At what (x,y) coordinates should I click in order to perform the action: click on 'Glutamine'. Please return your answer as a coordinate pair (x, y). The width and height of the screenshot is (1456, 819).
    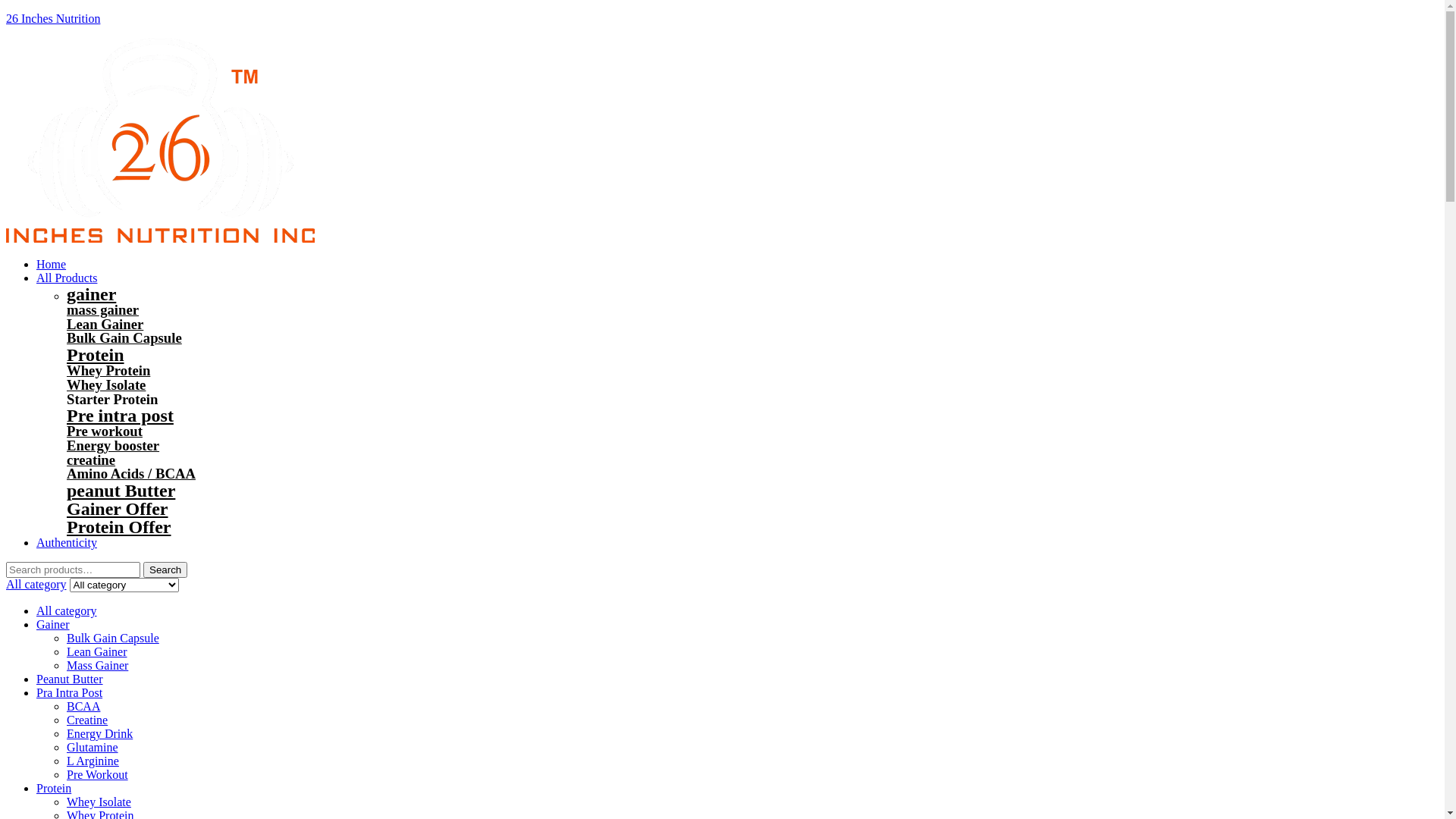
    Looking at the image, I should click on (65, 746).